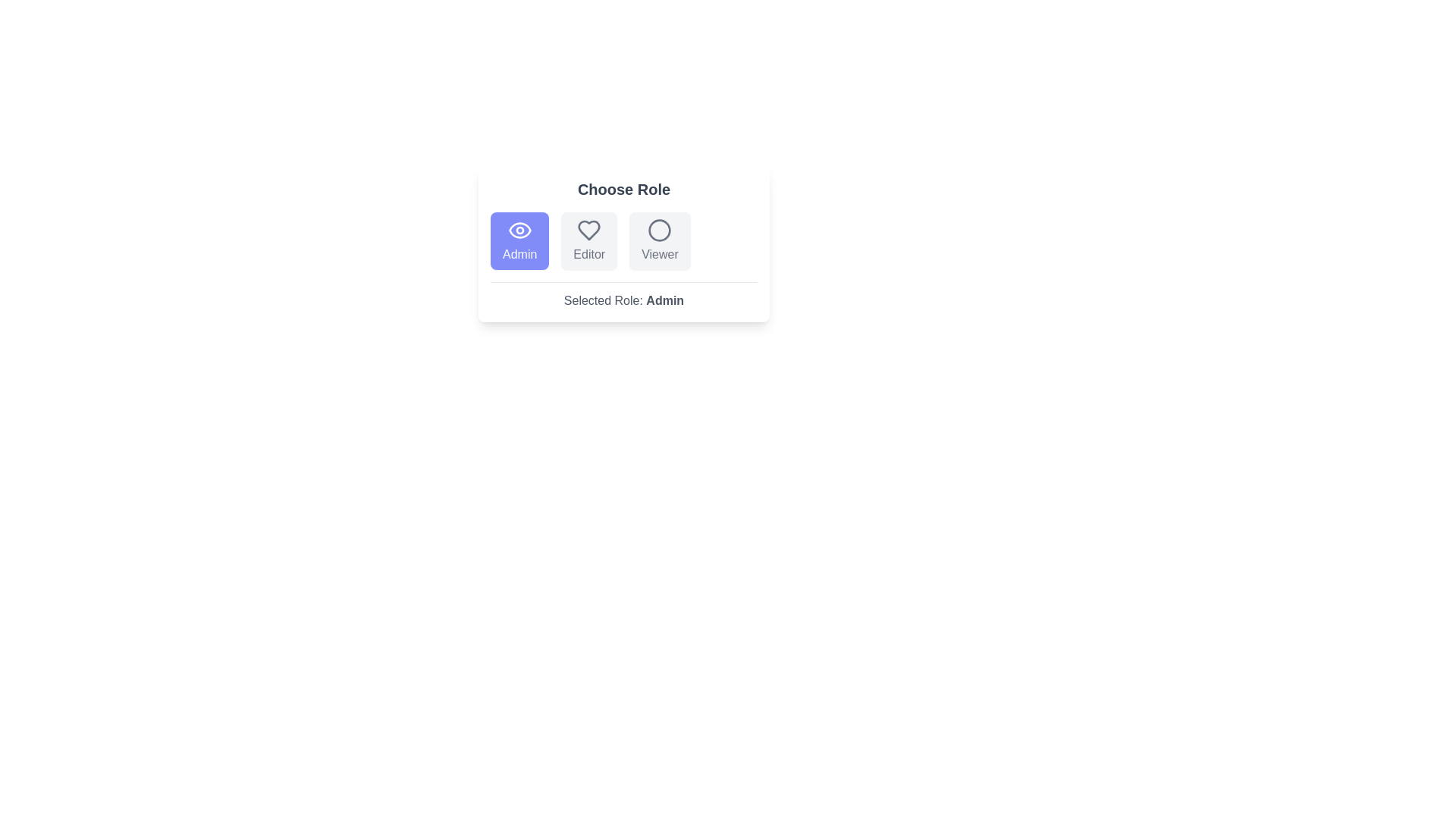 The height and width of the screenshot is (819, 1456). I want to click on Text label indicating the currently selected role, positioned at the bottom center of the card below the role options 'Admin', 'Editor', and 'Viewer', so click(623, 296).